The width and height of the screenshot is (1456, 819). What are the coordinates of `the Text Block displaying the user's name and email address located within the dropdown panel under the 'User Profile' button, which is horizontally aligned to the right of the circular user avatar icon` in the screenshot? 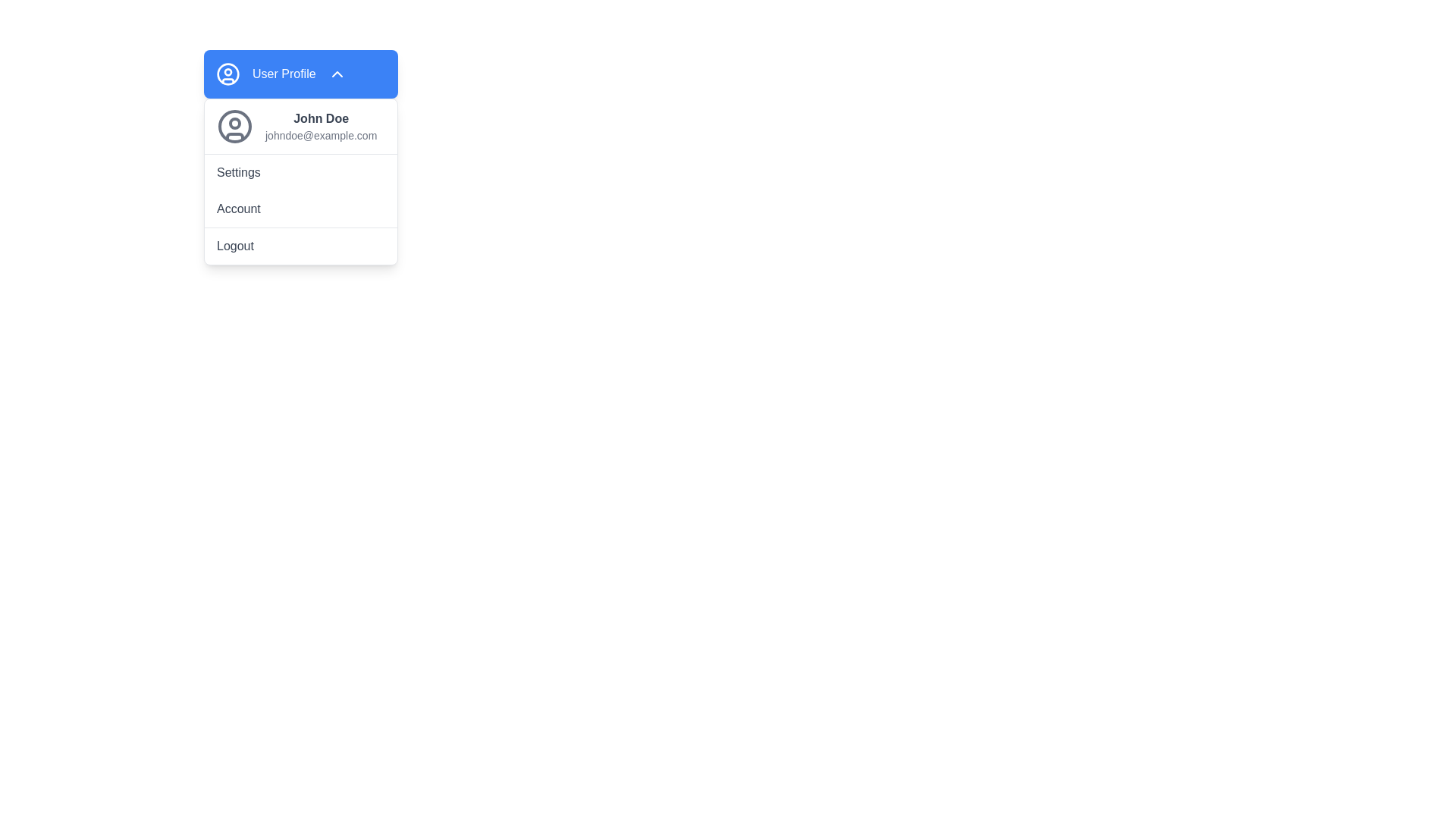 It's located at (320, 125).